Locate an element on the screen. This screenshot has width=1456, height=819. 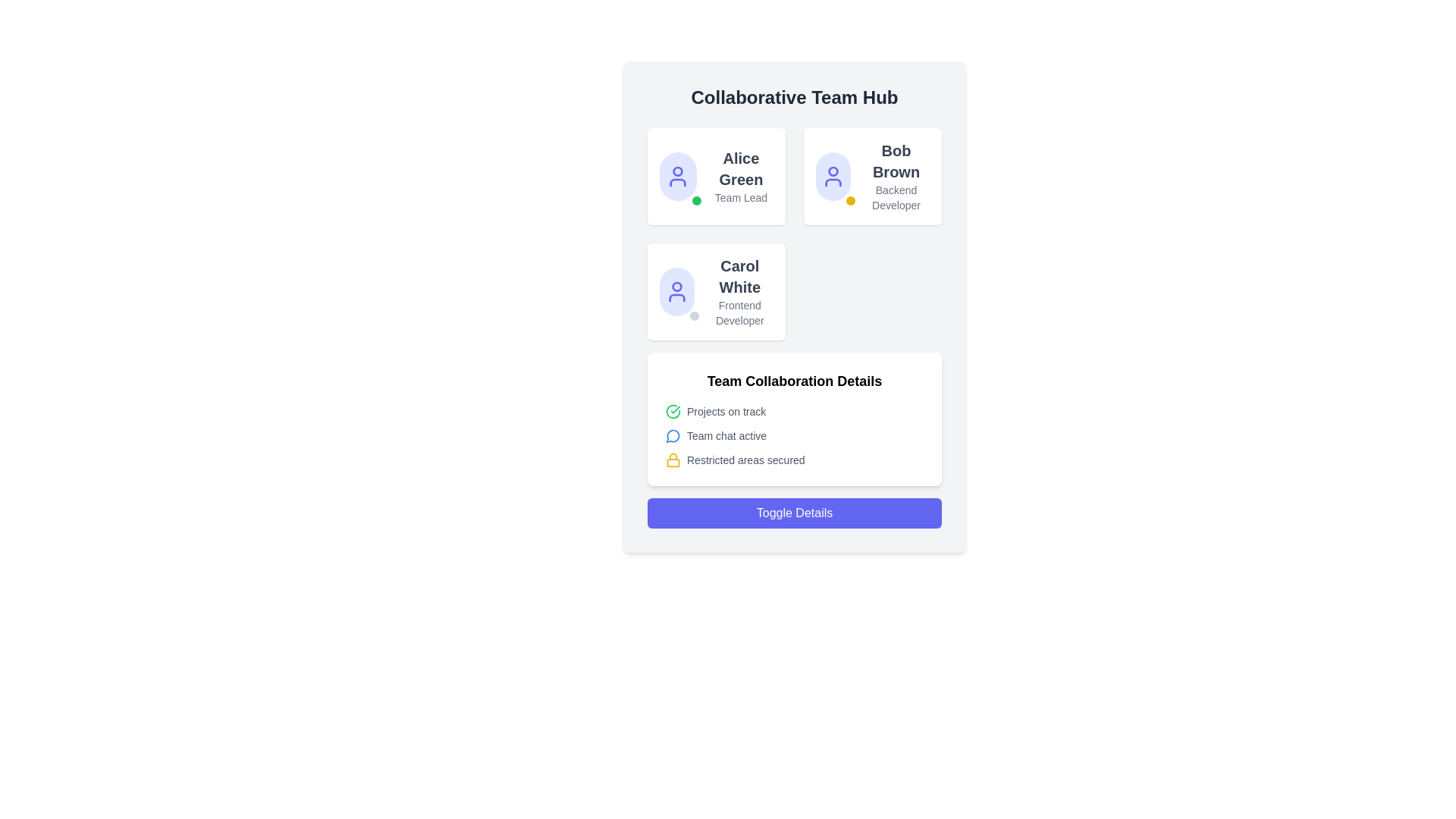
the Text label displaying 'Alice Green', which identifies the team member in the top-left corner of the team member card is located at coordinates (741, 169).